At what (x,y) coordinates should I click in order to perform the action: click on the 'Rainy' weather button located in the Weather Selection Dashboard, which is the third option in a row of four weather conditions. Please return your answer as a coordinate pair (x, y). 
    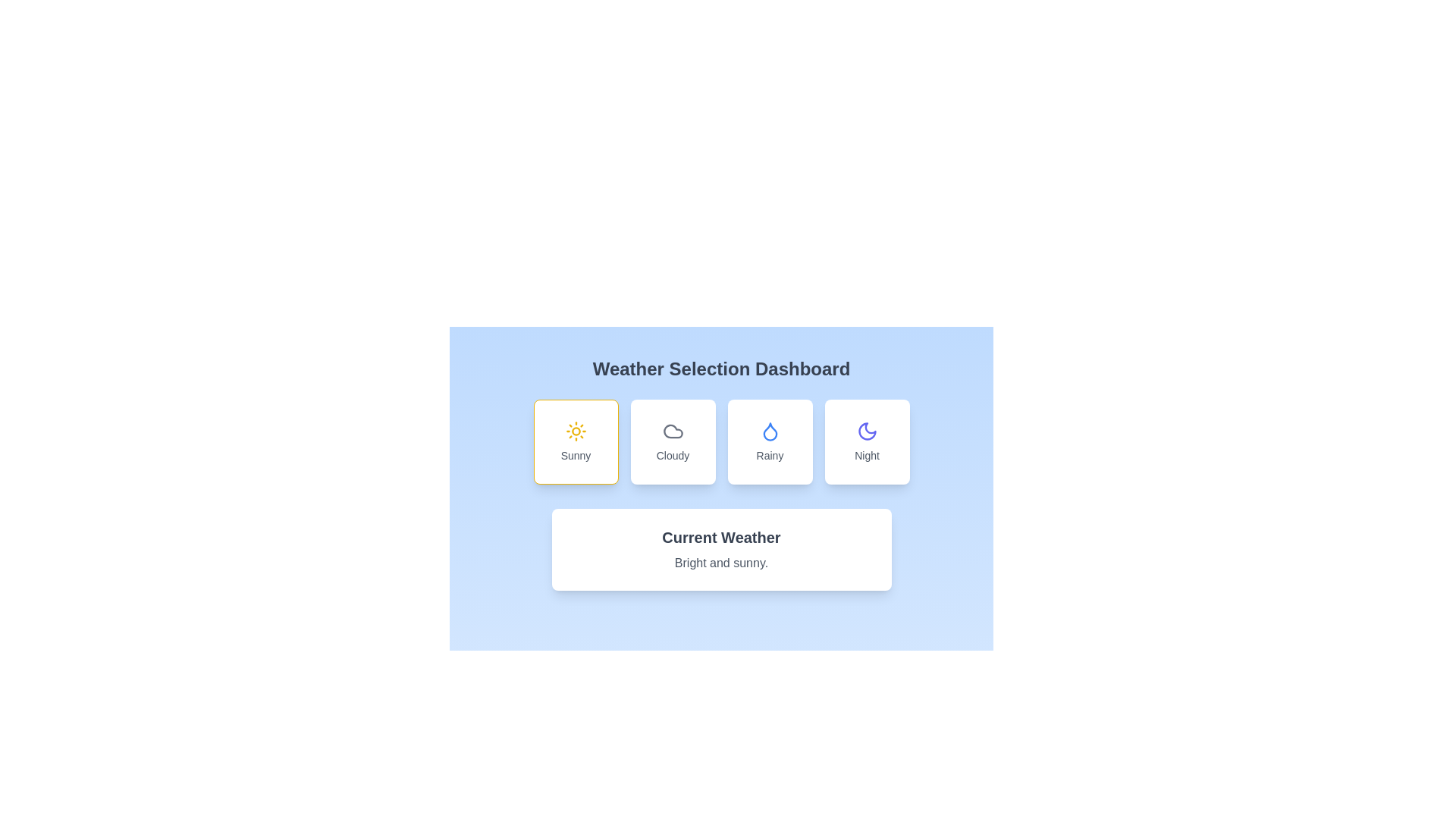
    Looking at the image, I should click on (770, 441).